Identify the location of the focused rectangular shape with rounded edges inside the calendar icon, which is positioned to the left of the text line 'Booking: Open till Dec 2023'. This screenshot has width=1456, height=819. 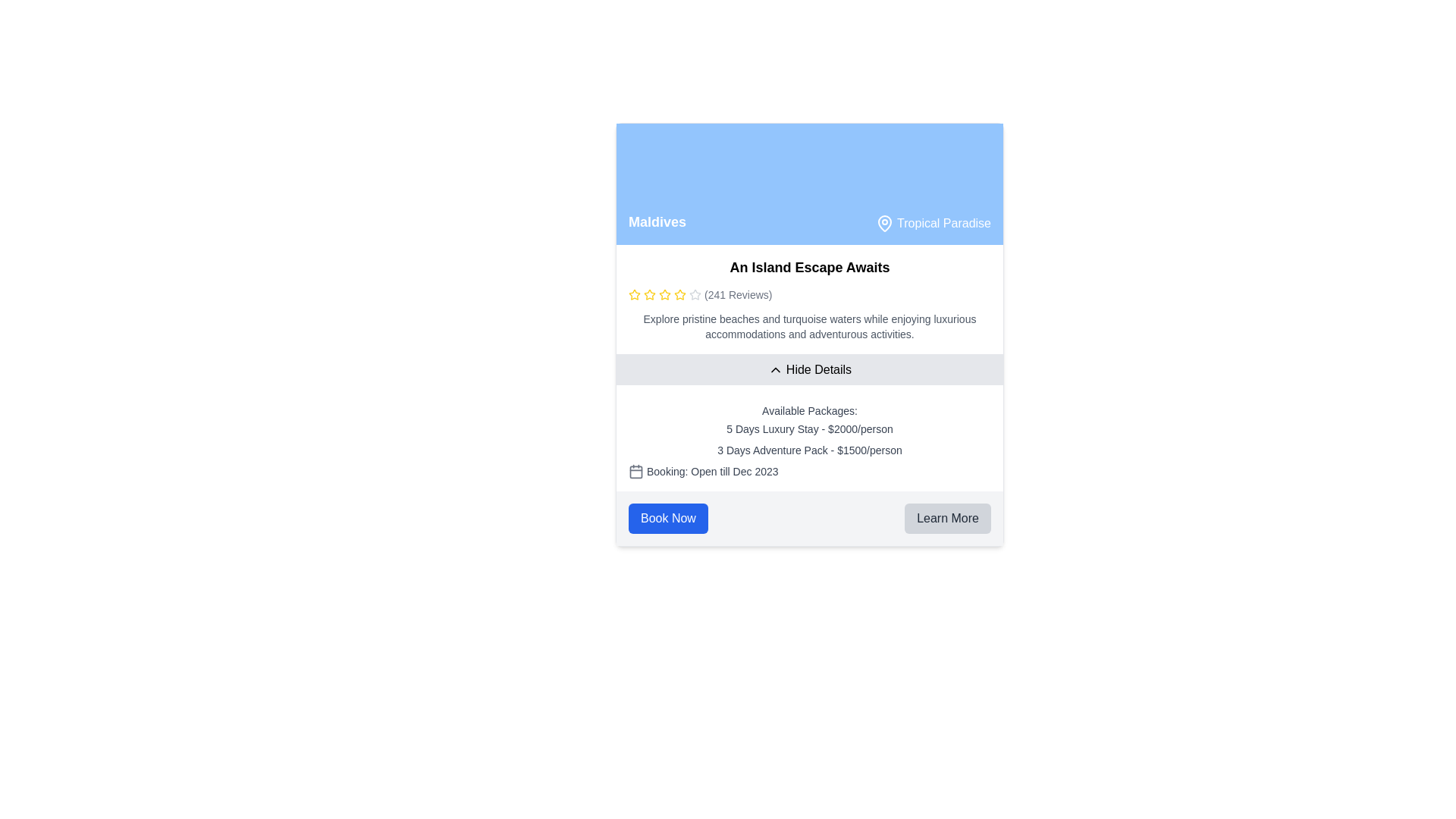
(636, 470).